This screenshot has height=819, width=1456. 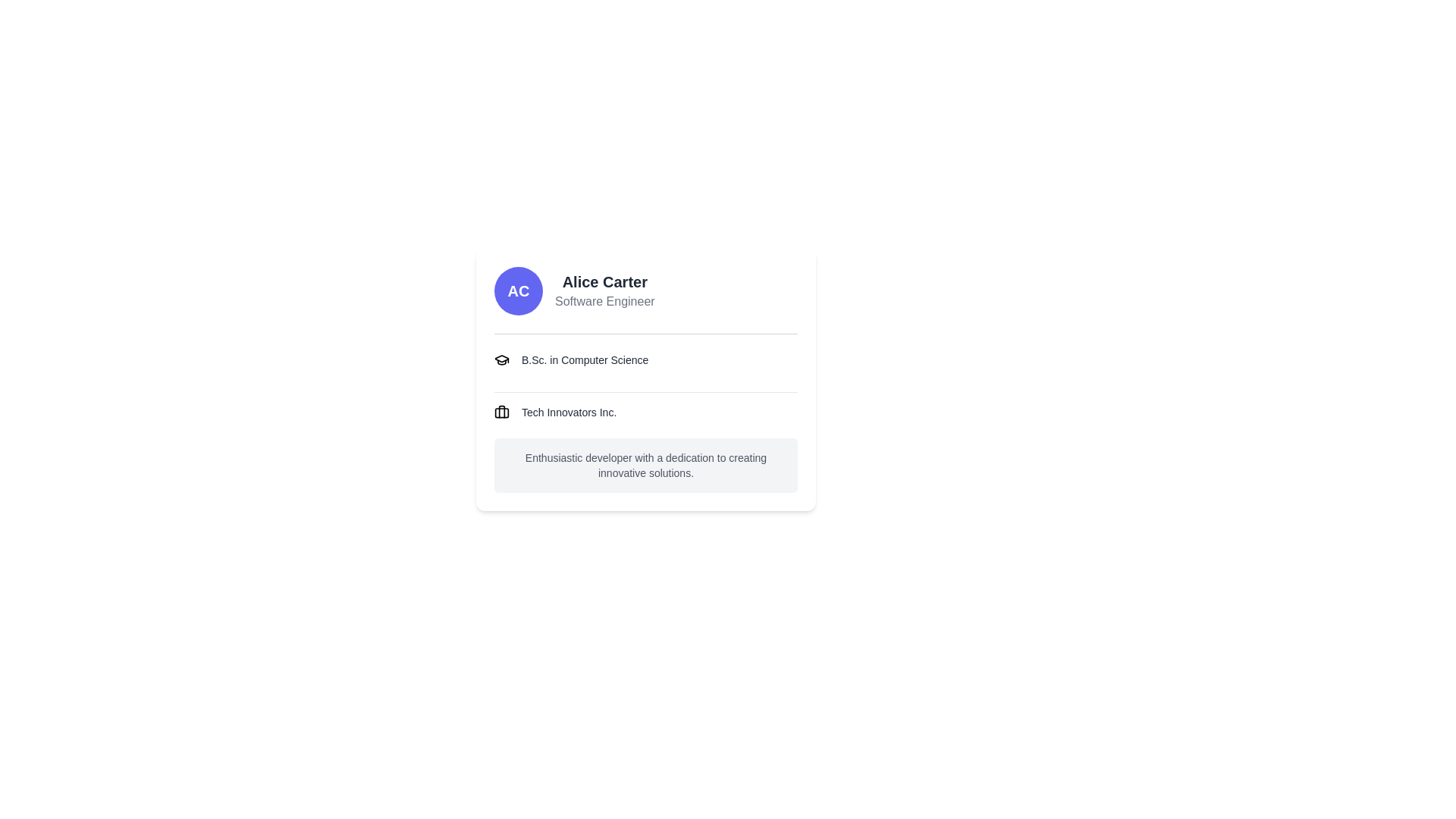 I want to click on the Profile Icon representing 'Alice Carter' located at the top-left corner of the card, so click(x=519, y=291).